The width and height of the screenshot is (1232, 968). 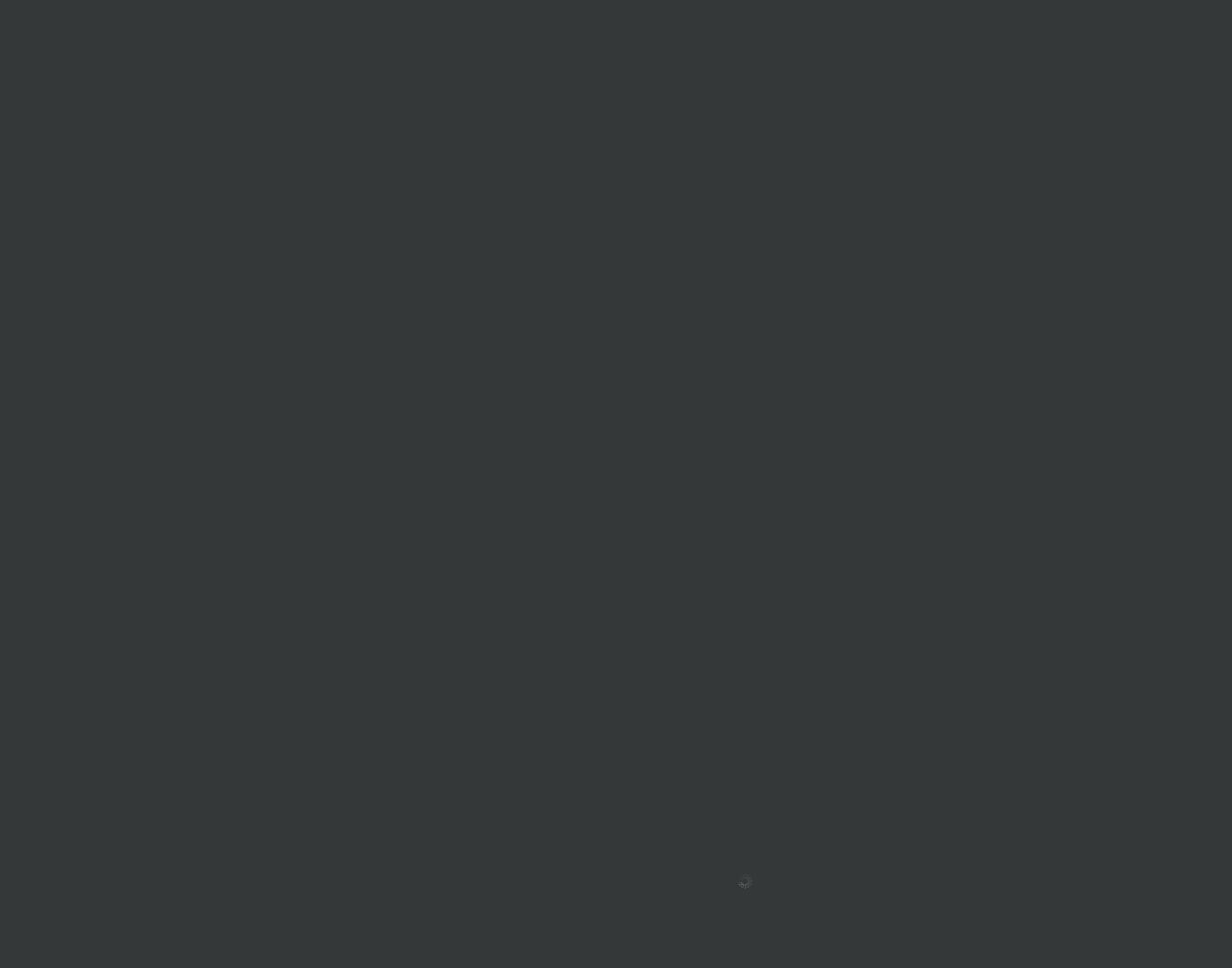 I want to click on 'Pocket', so click(x=878, y=588).